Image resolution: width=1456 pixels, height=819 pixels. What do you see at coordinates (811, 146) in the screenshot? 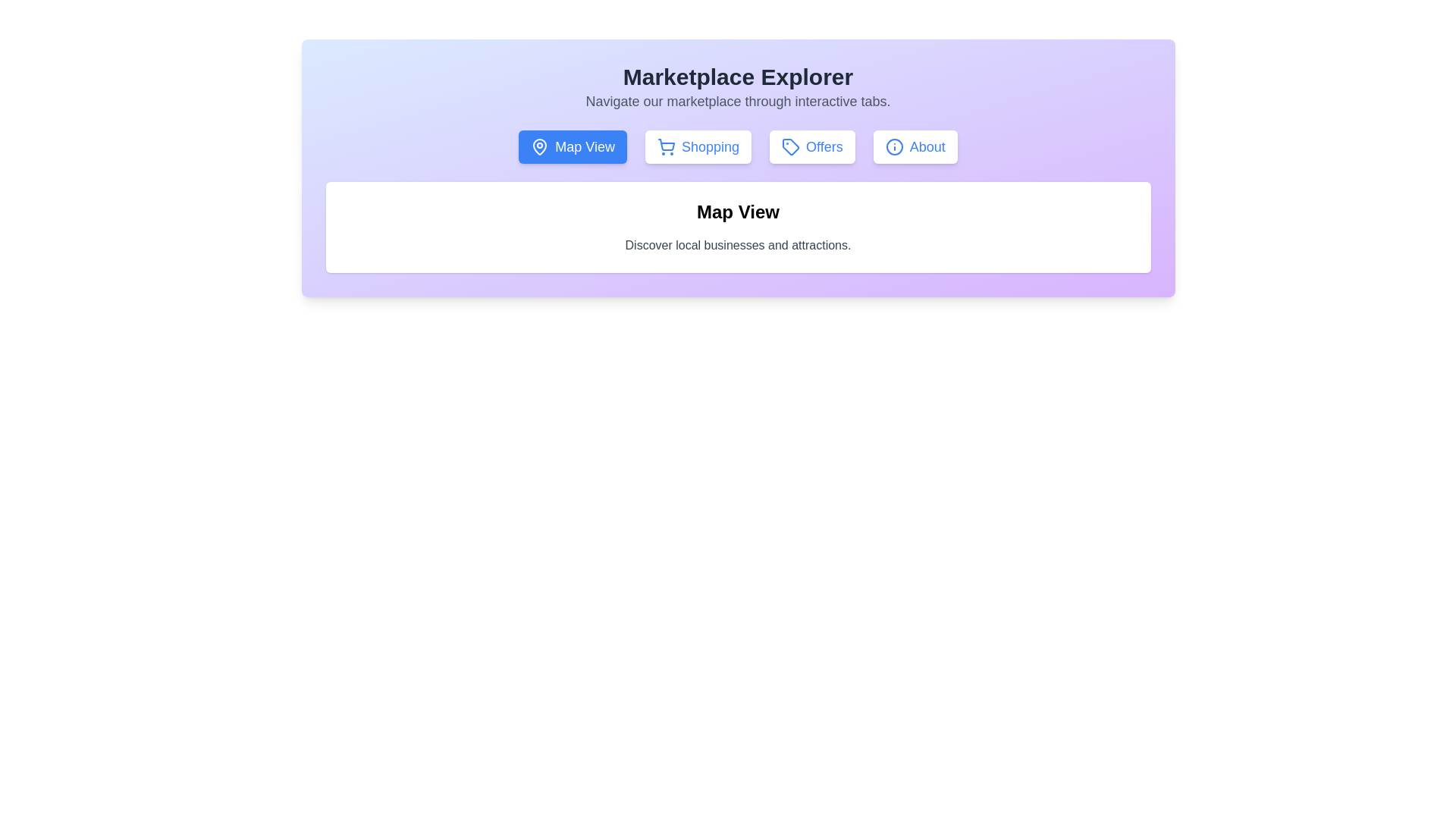
I see `the tab labeled Offers to view its content` at bounding box center [811, 146].